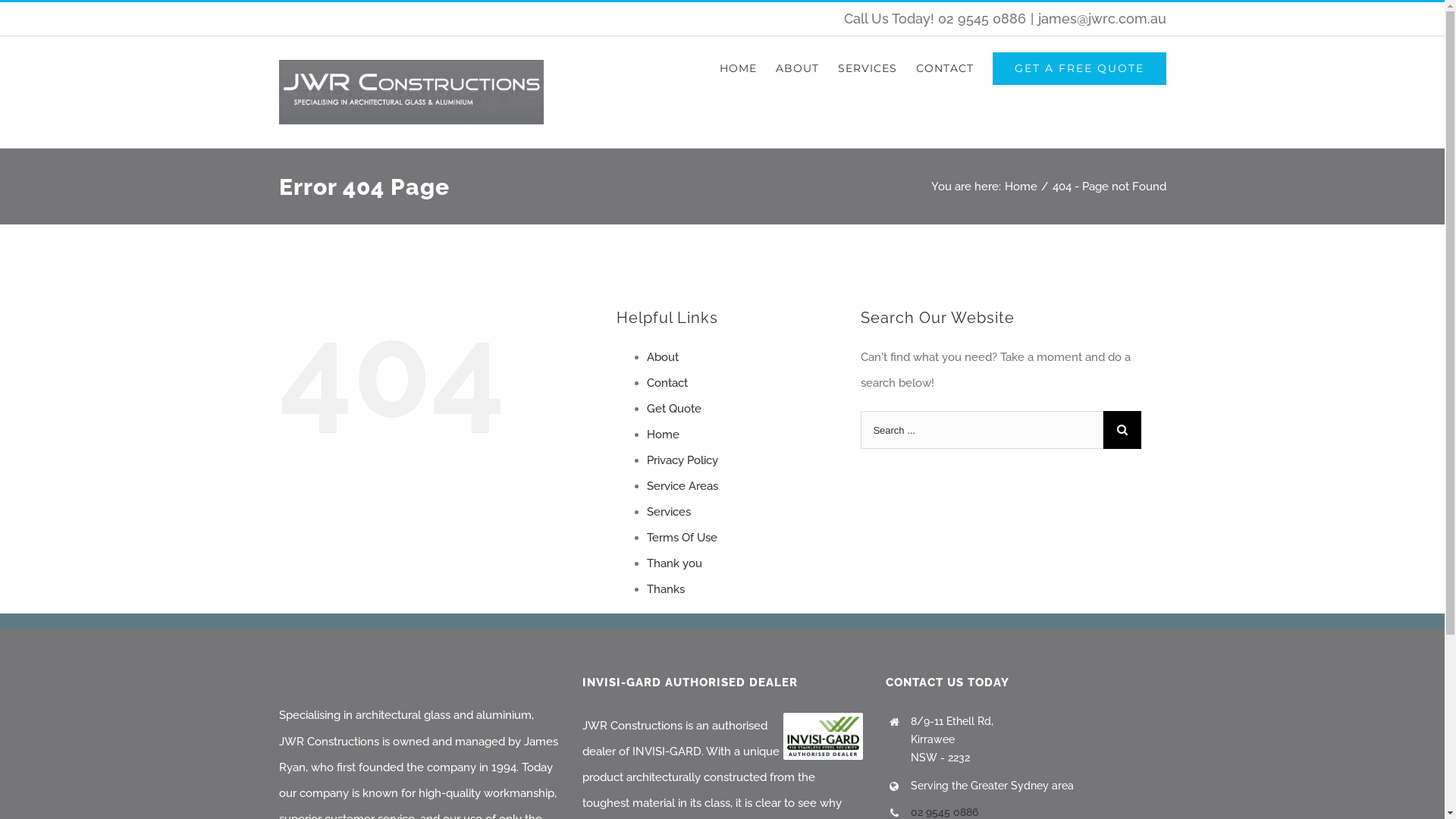 The image size is (1456, 819). Describe the element at coordinates (680, 485) in the screenshot. I see `'Service Areas'` at that location.